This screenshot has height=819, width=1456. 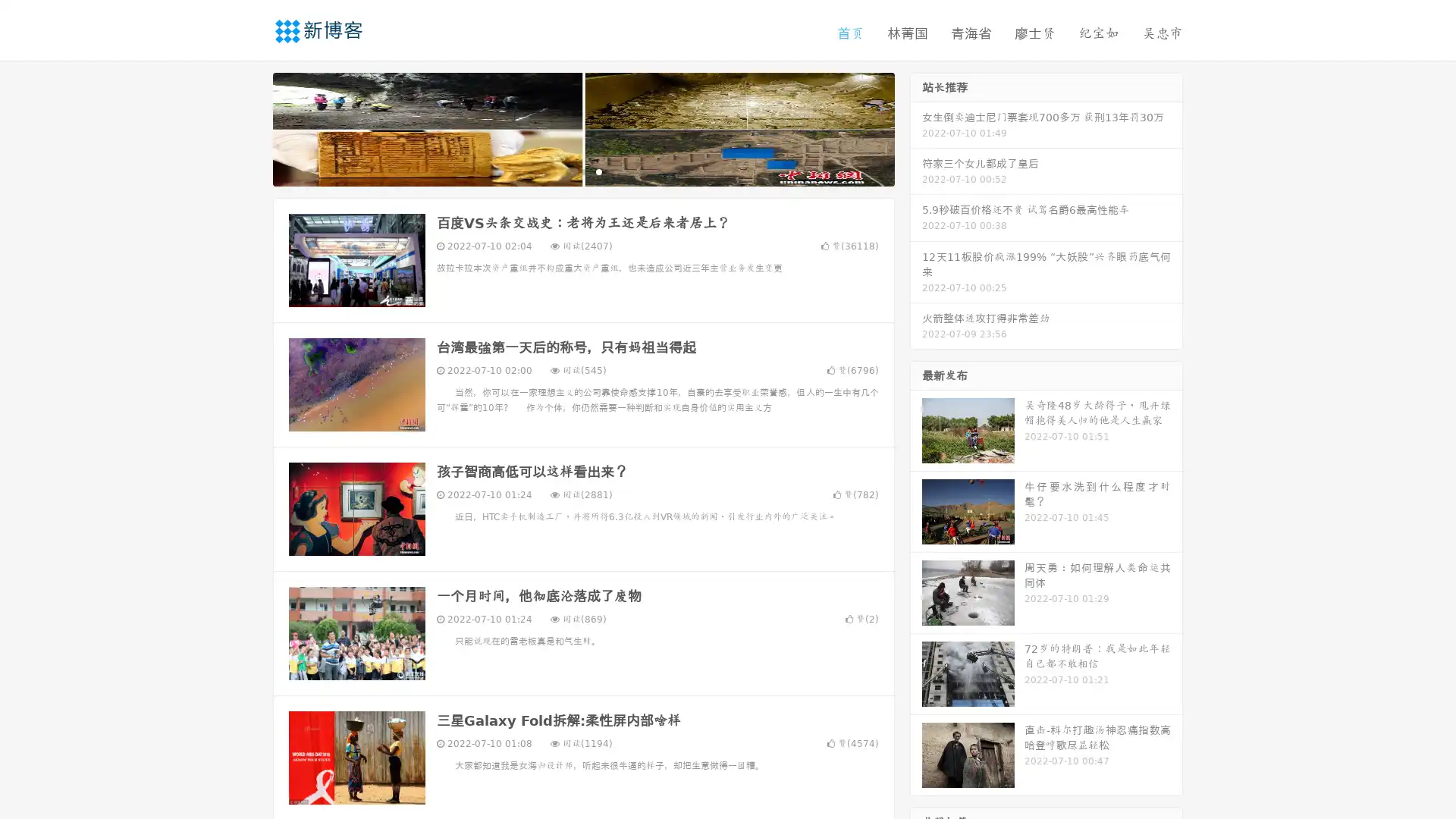 What do you see at coordinates (916, 127) in the screenshot?
I see `Next slide` at bounding box center [916, 127].